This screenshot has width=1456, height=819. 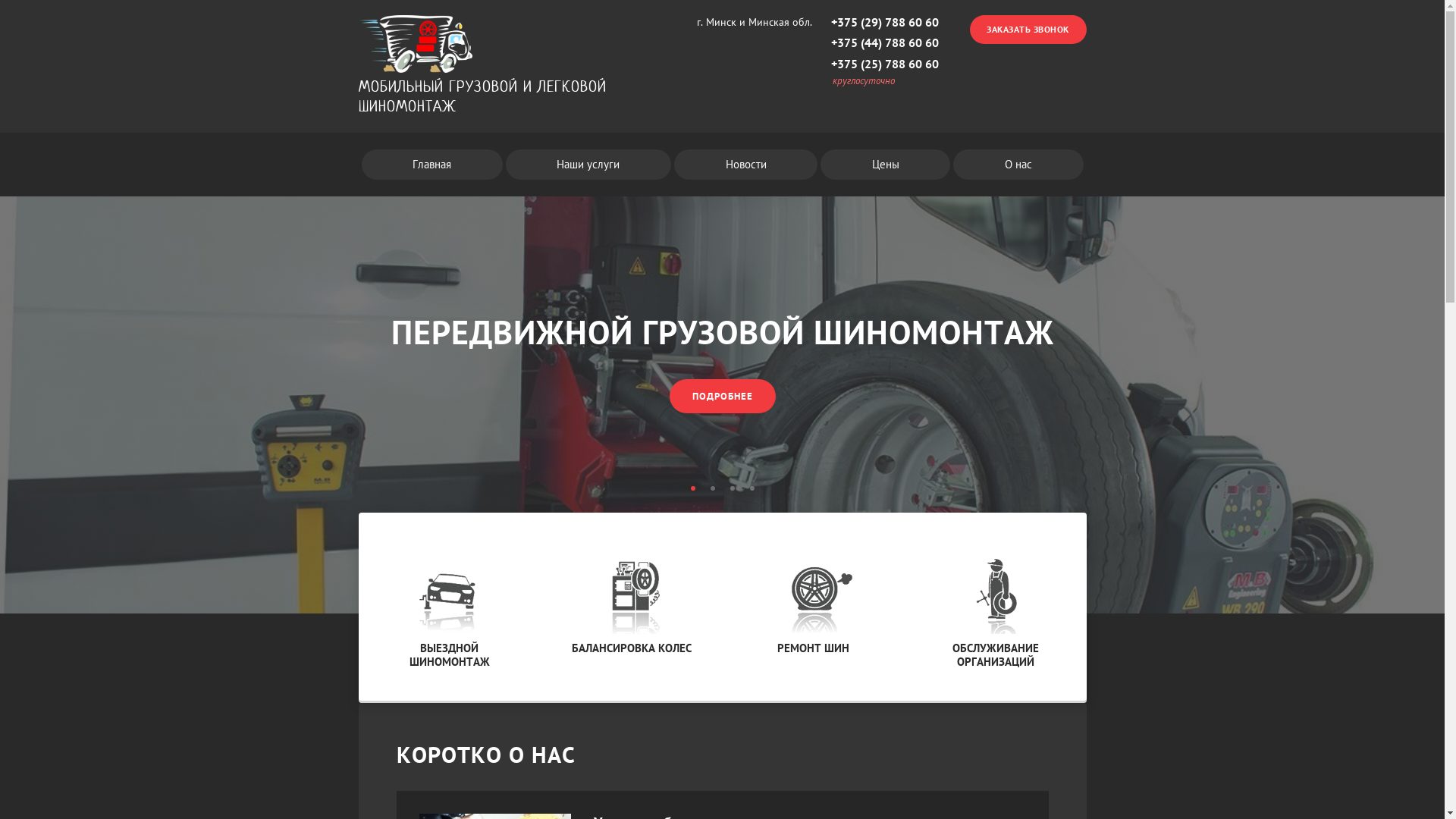 I want to click on '+375 (25) 788 60 60', so click(x=884, y=63).